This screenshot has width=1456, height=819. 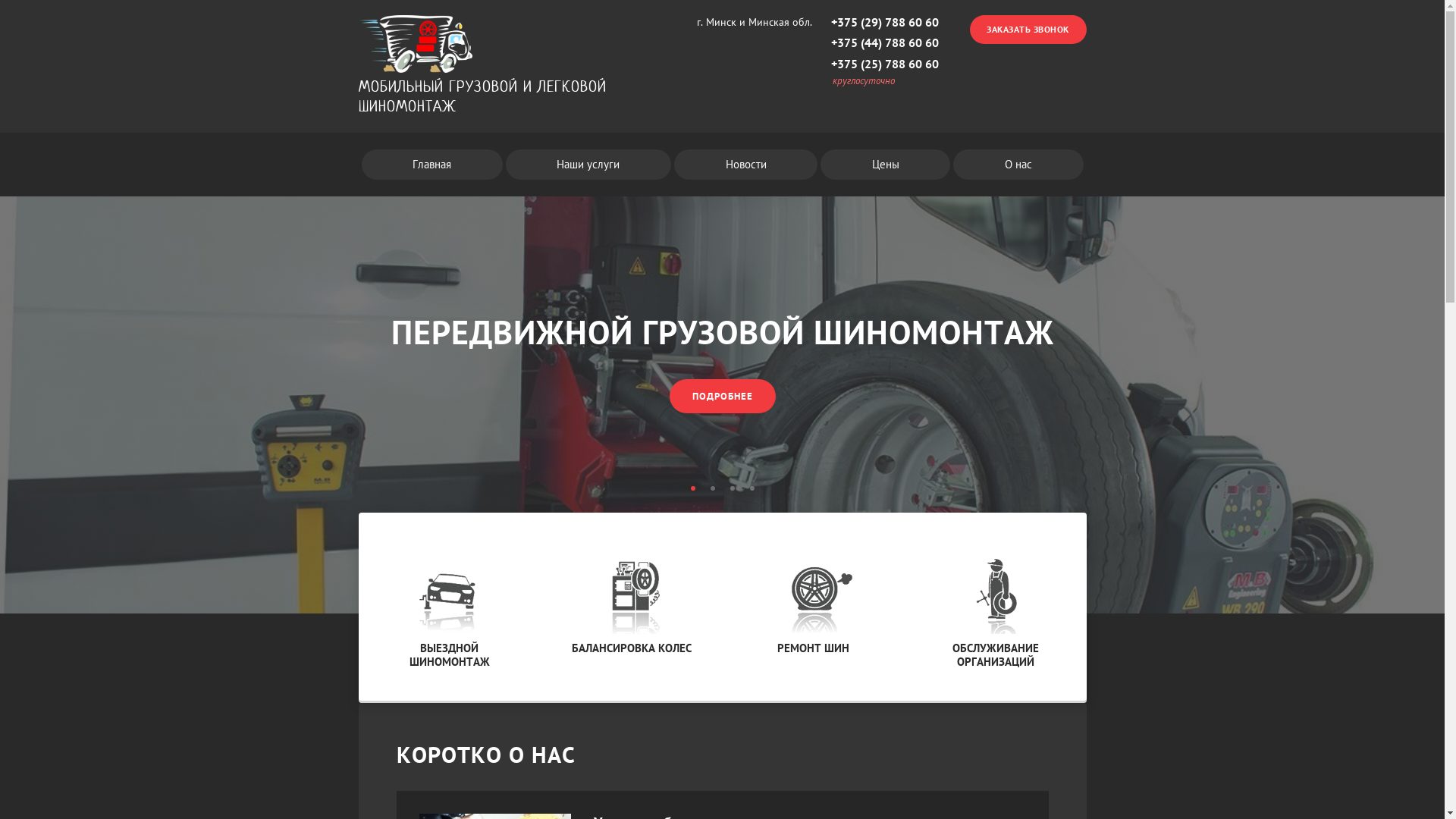 I want to click on '+375 (25) 788 60 60', so click(x=884, y=63).